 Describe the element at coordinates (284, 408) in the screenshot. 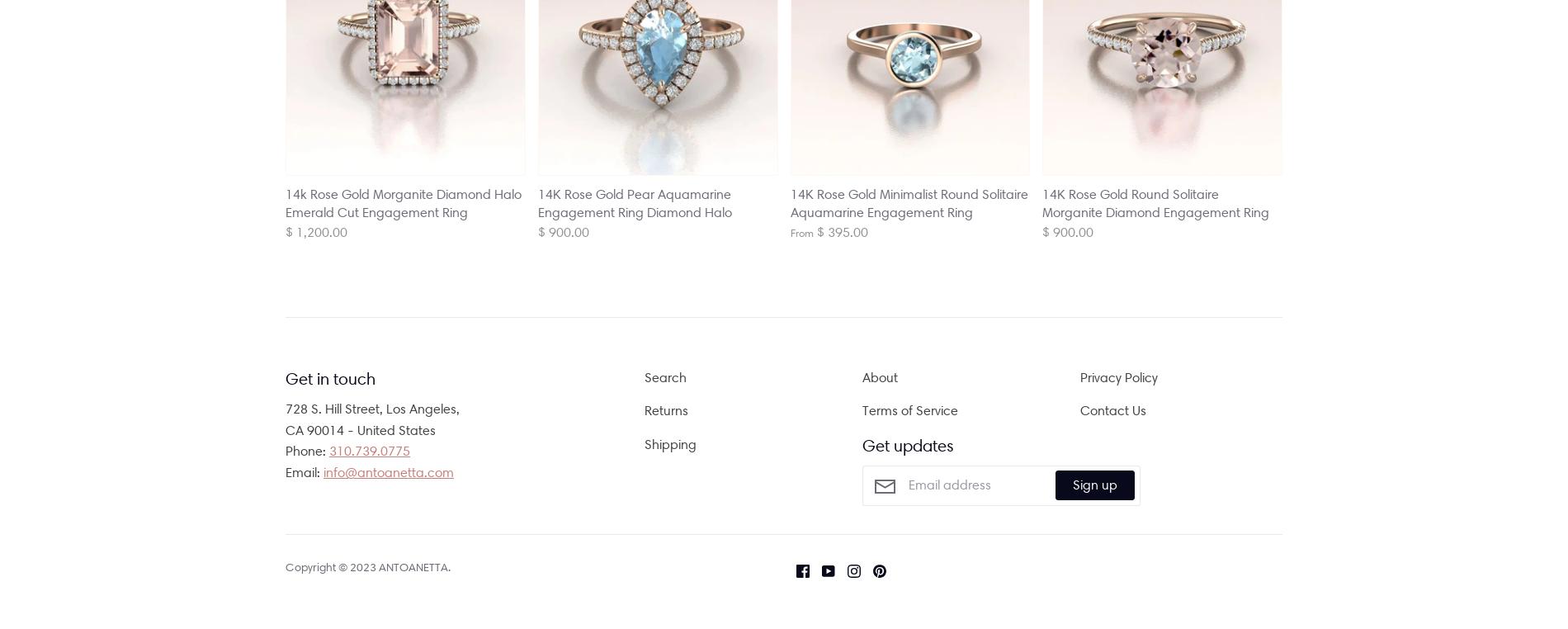

I see `'728 S. Hill Street, Los Angeles,'` at that location.